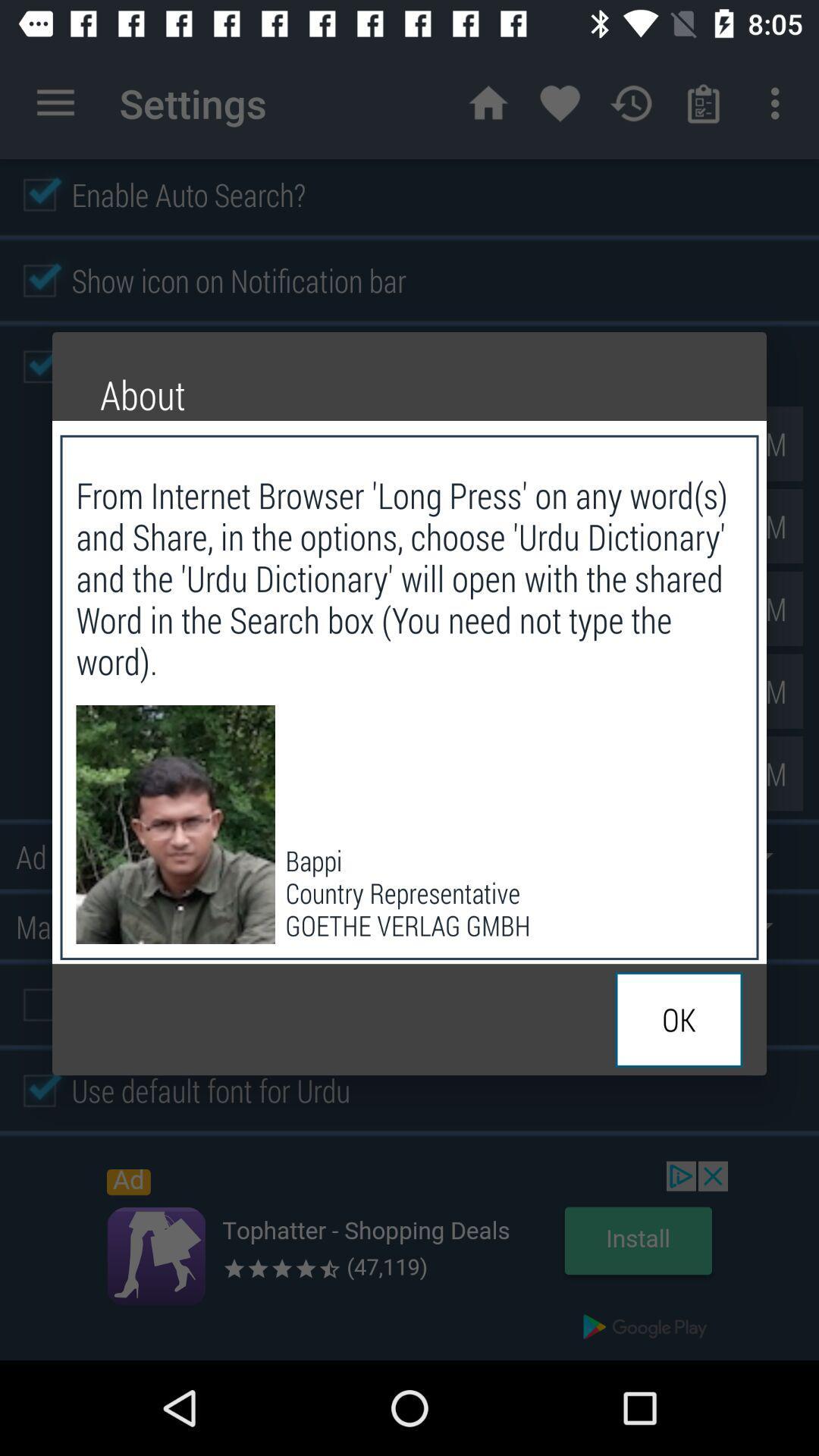 The width and height of the screenshot is (819, 1456). What do you see at coordinates (678, 1019) in the screenshot?
I see `ok at the bottom right corner` at bounding box center [678, 1019].